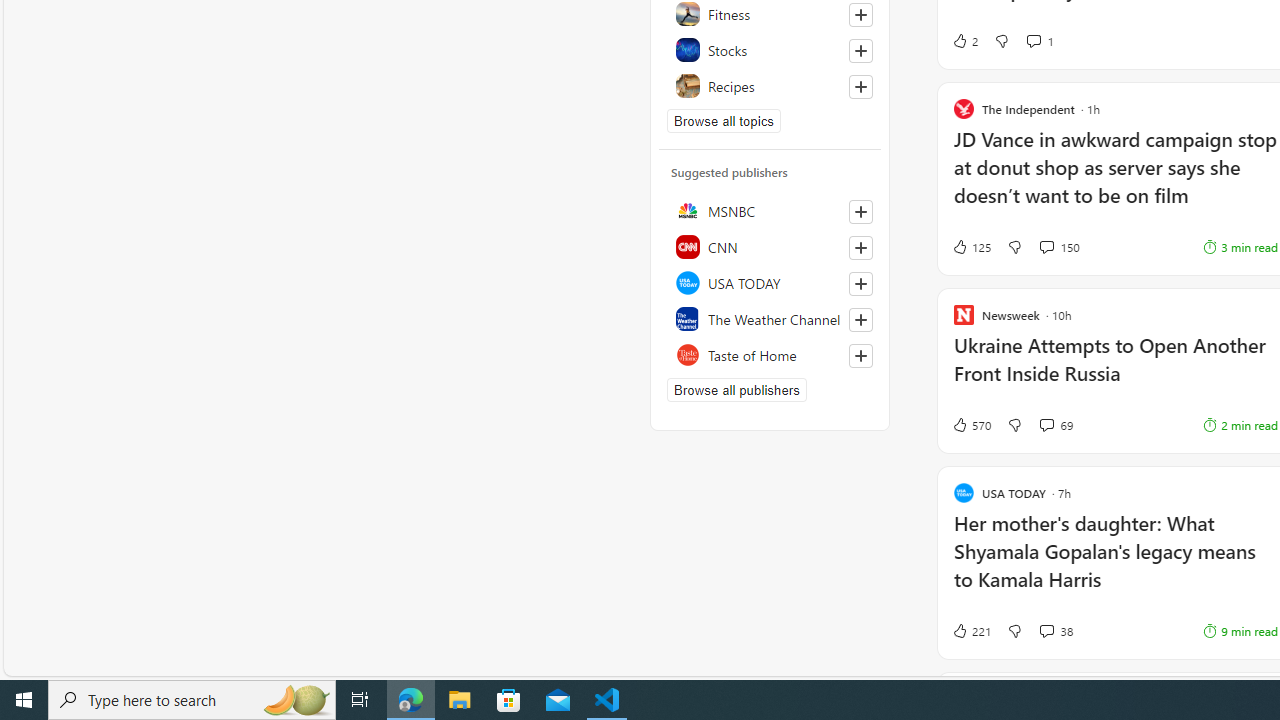 This screenshot has height=720, width=1280. What do you see at coordinates (769, 353) in the screenshot?
I see `'Taste of Home'` at bounding box center [769, 353].